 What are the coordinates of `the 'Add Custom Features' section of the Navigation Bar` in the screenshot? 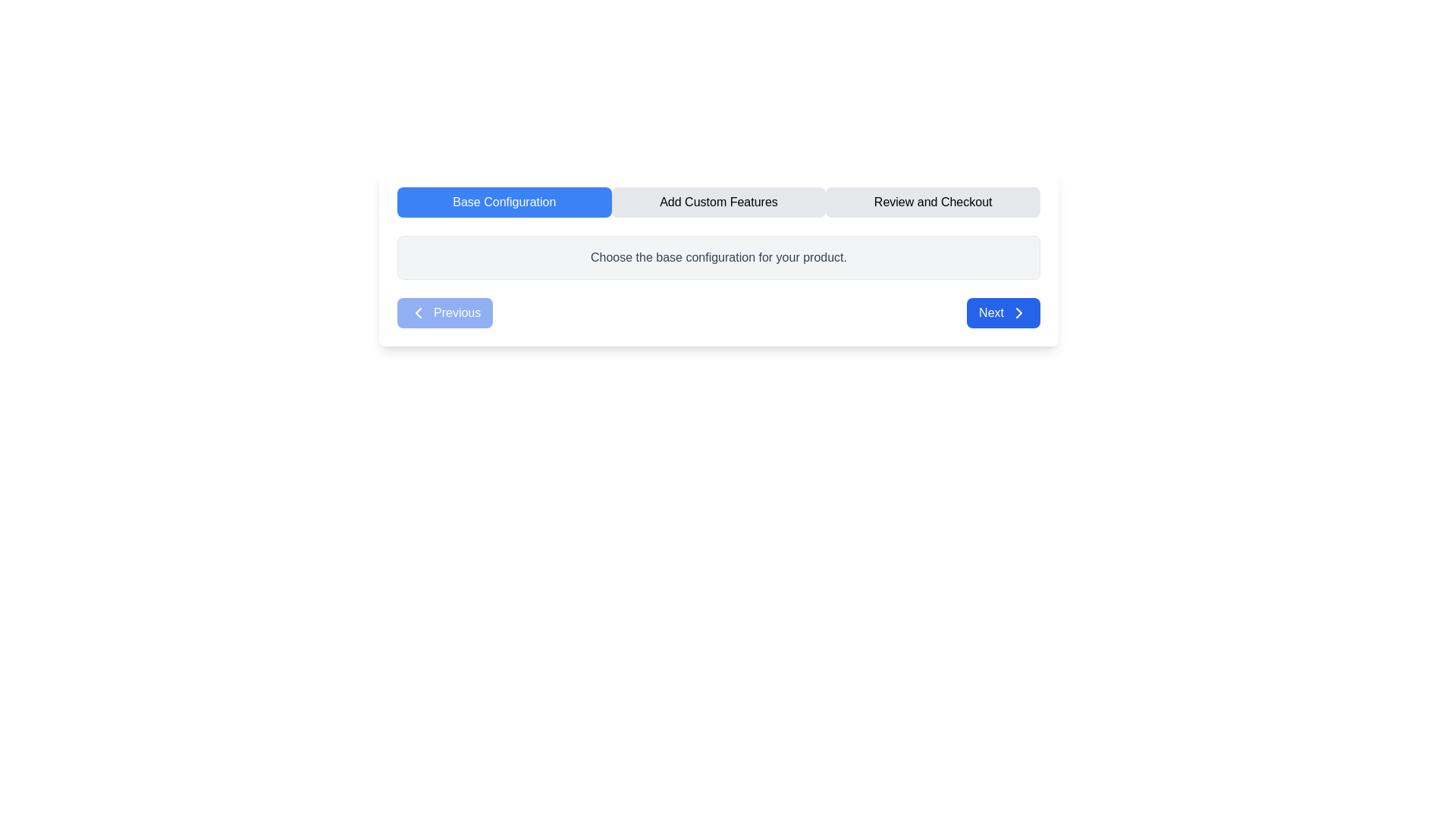 It's located at (718, 201).